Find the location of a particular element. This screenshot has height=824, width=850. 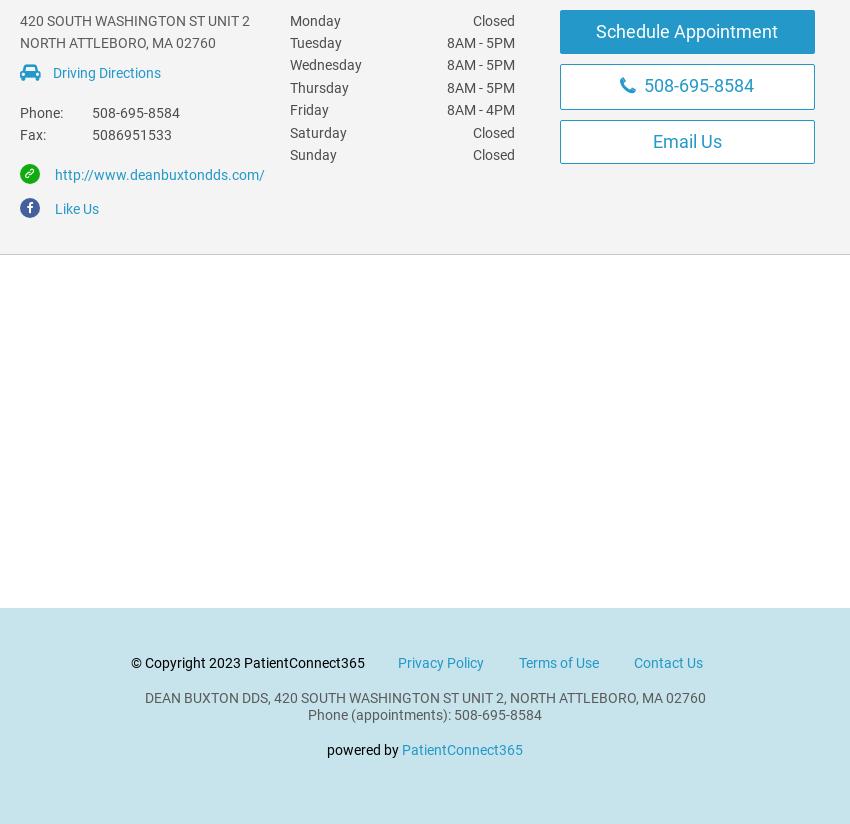

'8AM - 4PM' is located at coordinates (444, 110).